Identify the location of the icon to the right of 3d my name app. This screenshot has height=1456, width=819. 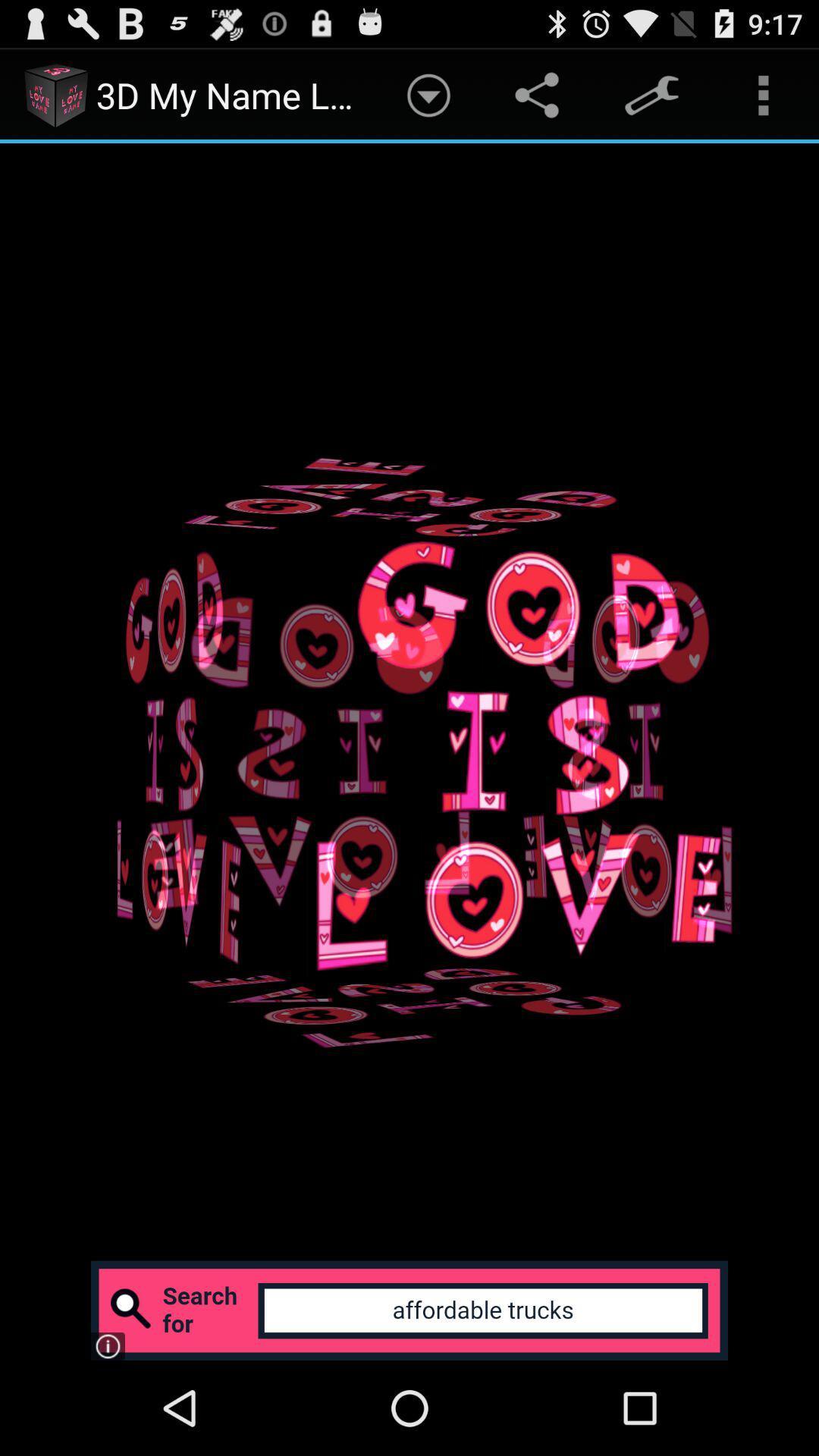
(428, 94).